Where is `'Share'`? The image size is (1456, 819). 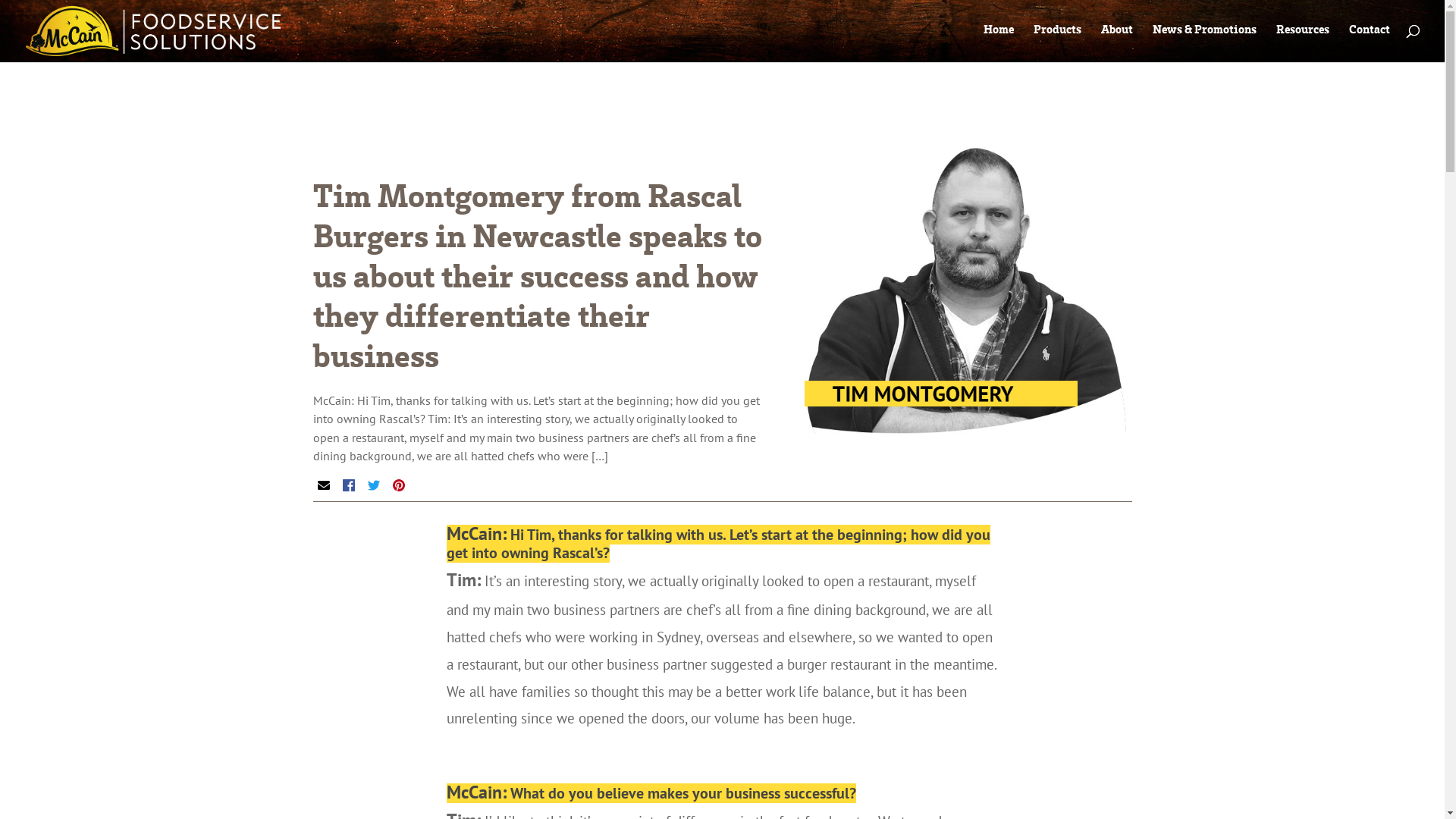 'Share' is located at coordinates (341, 485).